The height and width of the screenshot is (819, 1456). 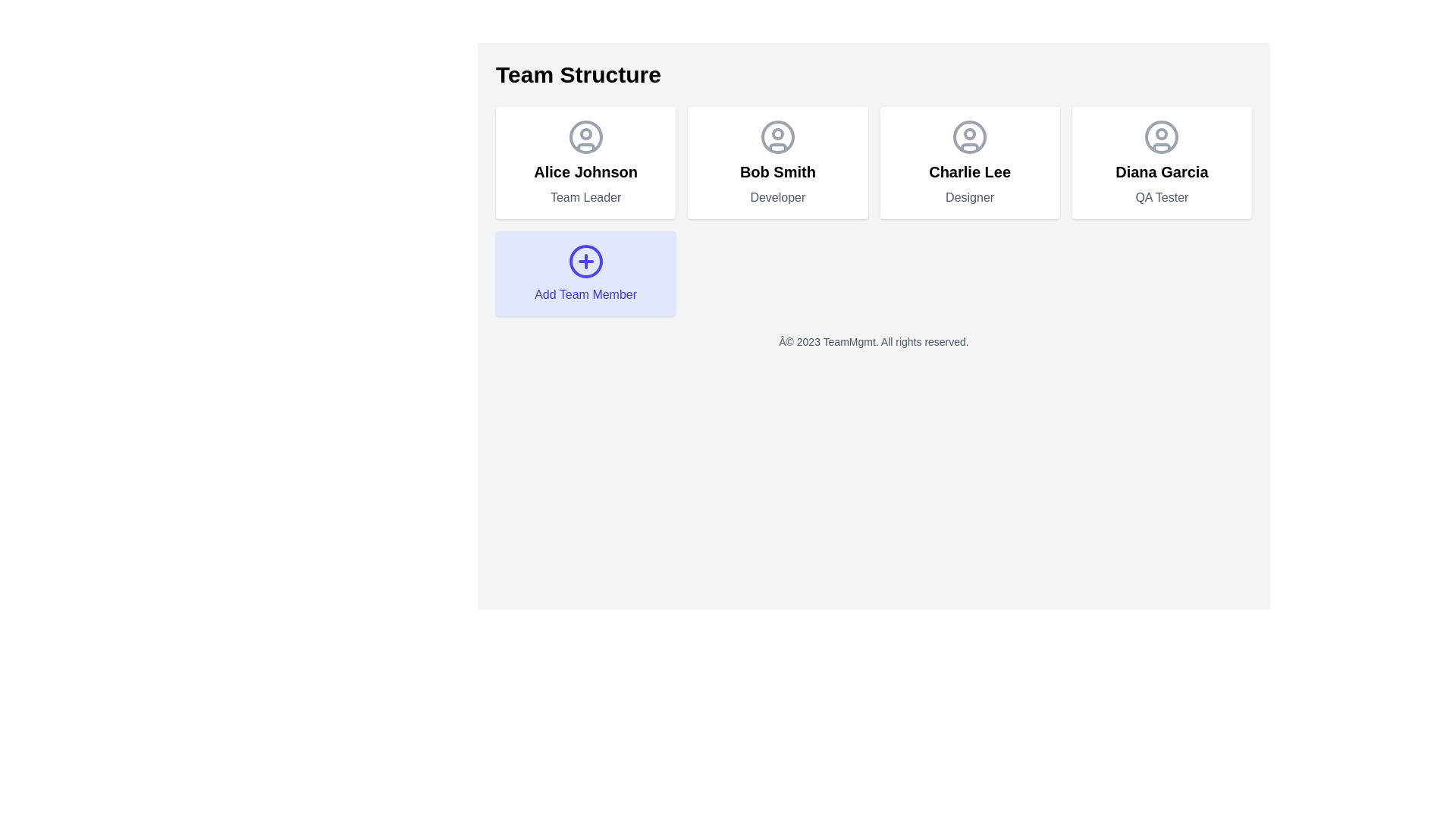 I want to click on the 'Add Team Member' button, which is the fifth card in a horizontal list, featuring a blue plus icon and the text 'Add Team Member' below it, so click(x=585, y=274).